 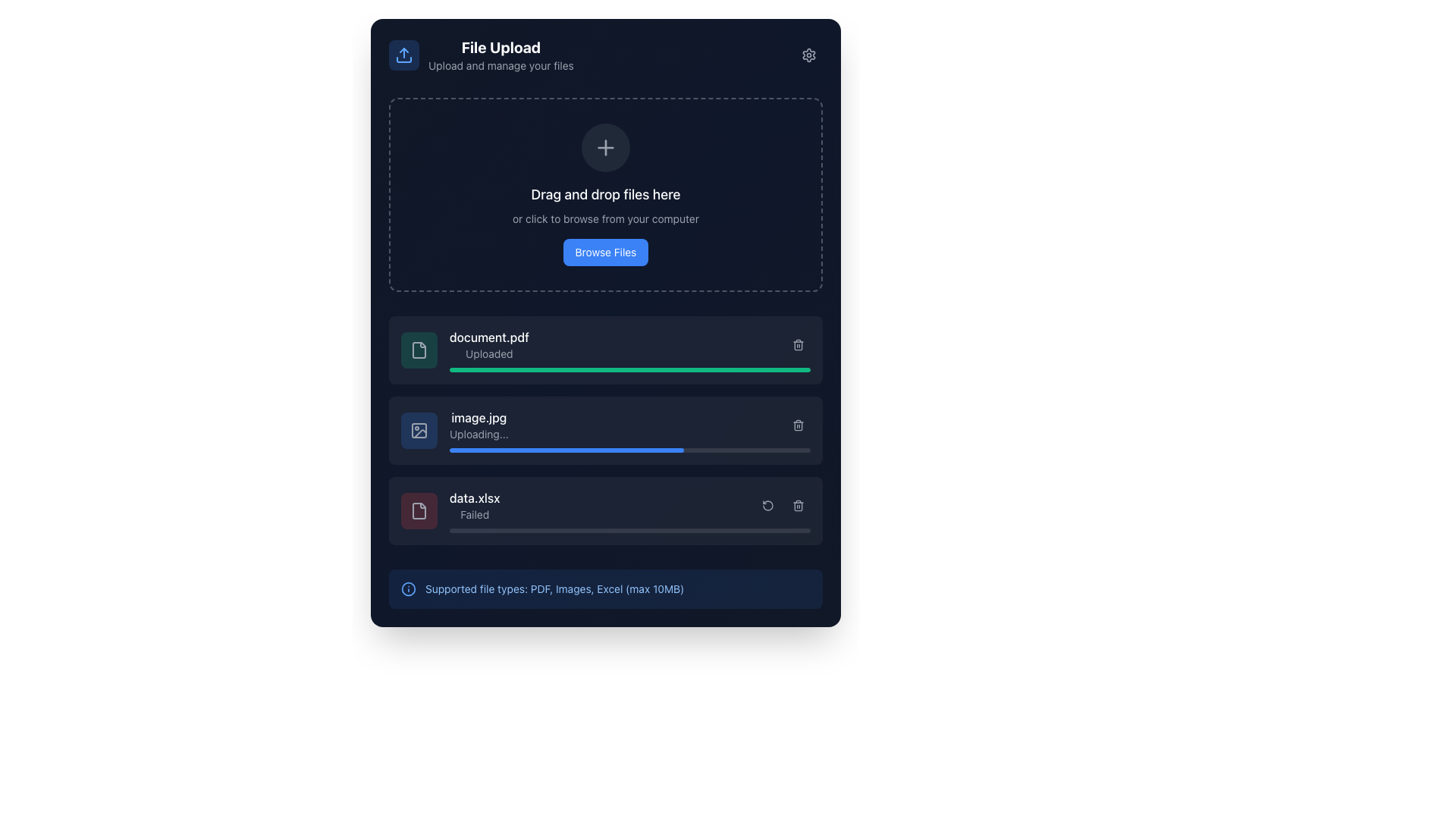 I want to click on the text label that says 'Drag and drop files here', which is styled in bold white font on a dark background, positioned below a '+' icon and above the 'or click to browse from your computer' text, so click(x=604, y=194).